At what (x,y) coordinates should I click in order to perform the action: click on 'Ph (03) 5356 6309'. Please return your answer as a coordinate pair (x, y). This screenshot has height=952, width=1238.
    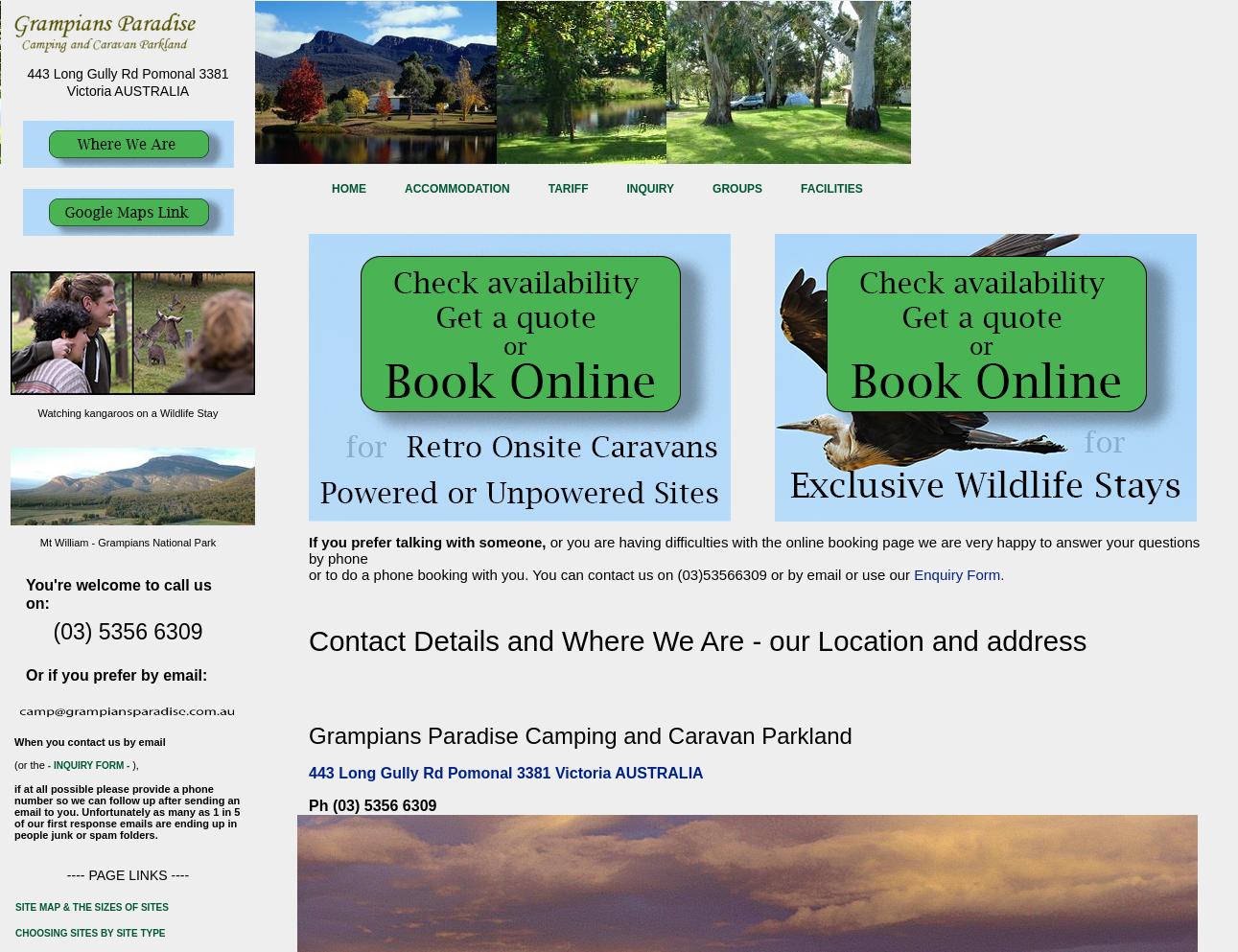
    Looking at the image, I should click on (308, 805).